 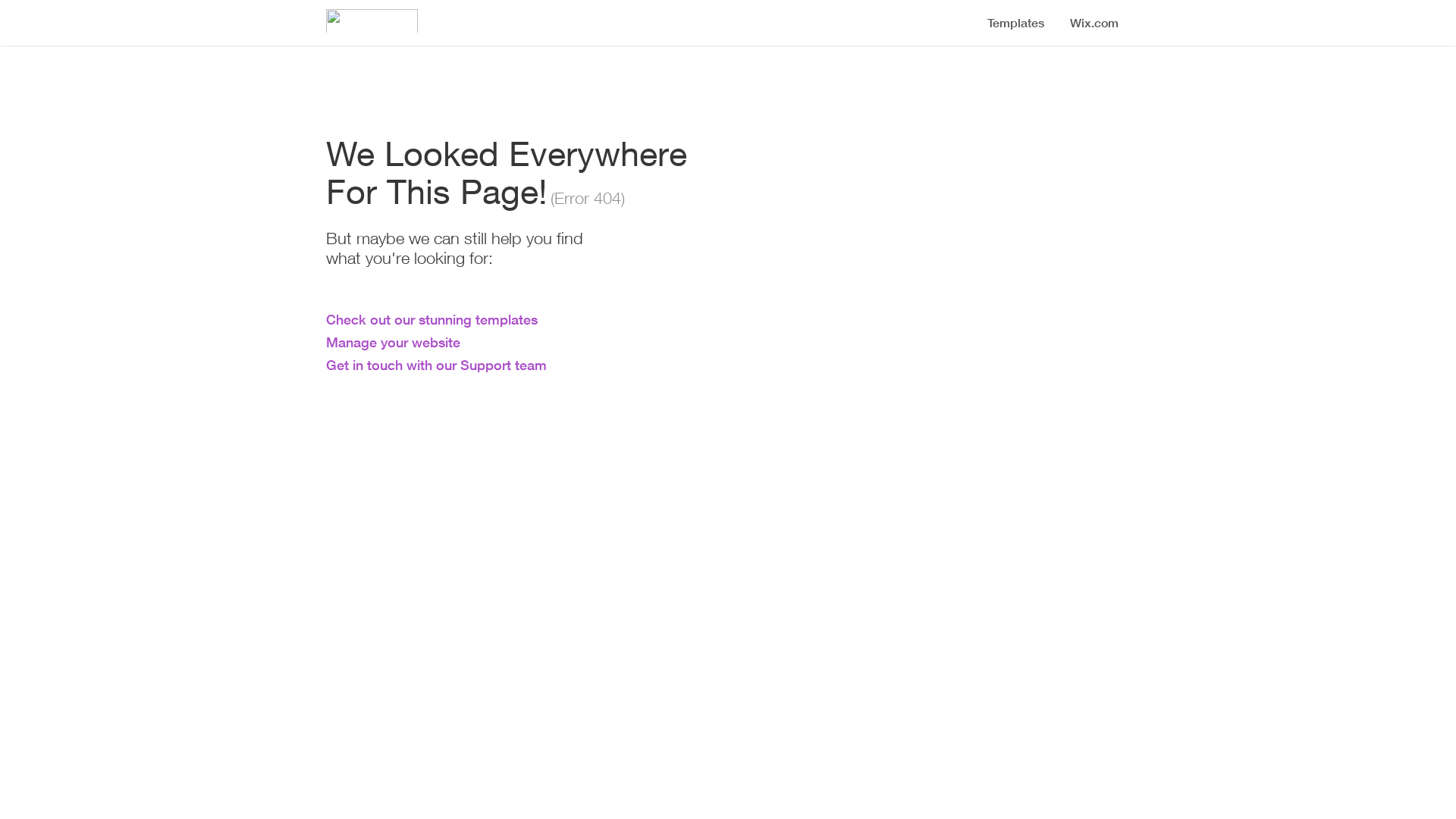 I want to click on 'Get in touch with our Support team', so click(x=435, y=365).